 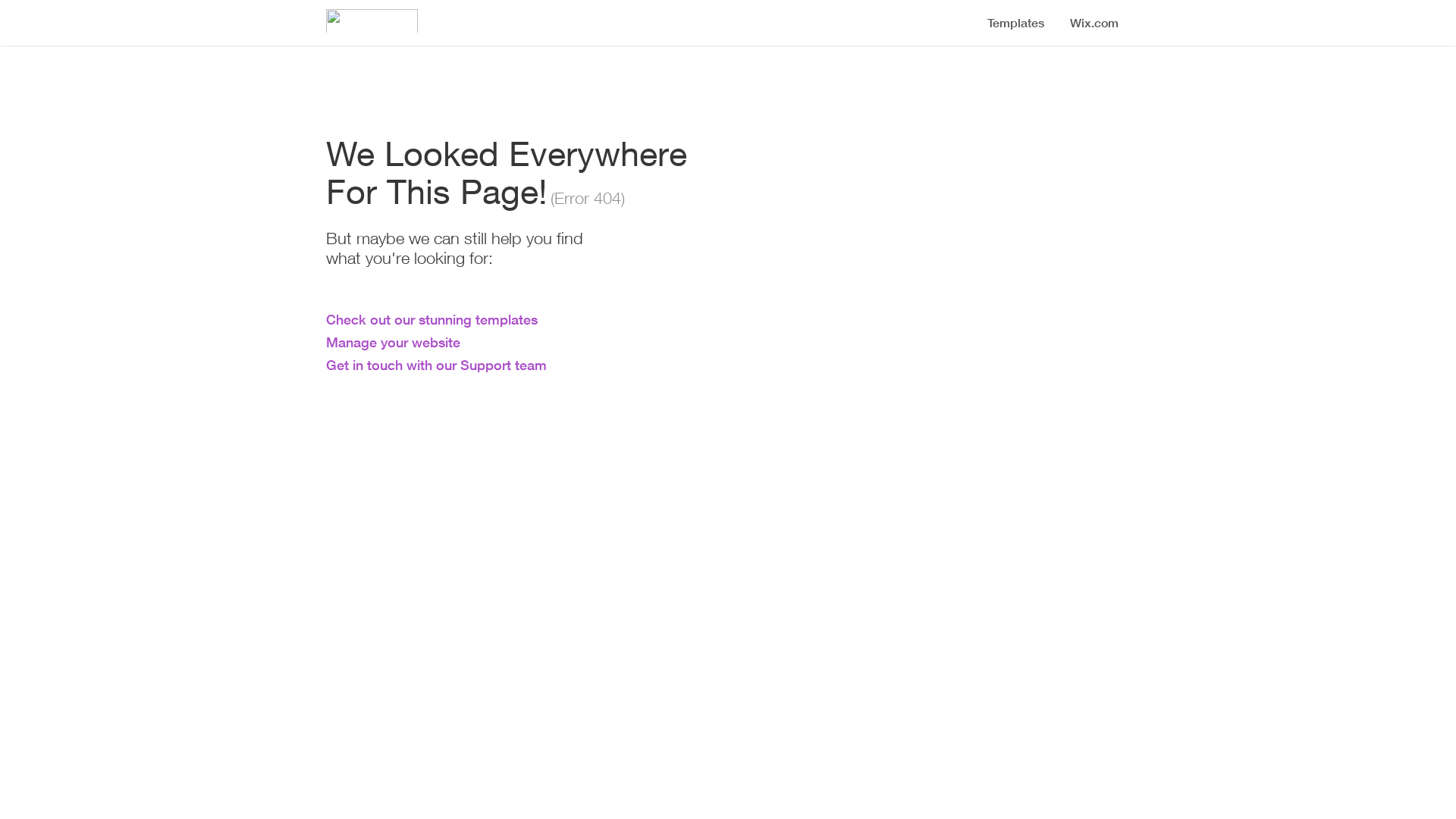 I want to click on 'Get in touch with our Support team', so click(x=435, y=365).